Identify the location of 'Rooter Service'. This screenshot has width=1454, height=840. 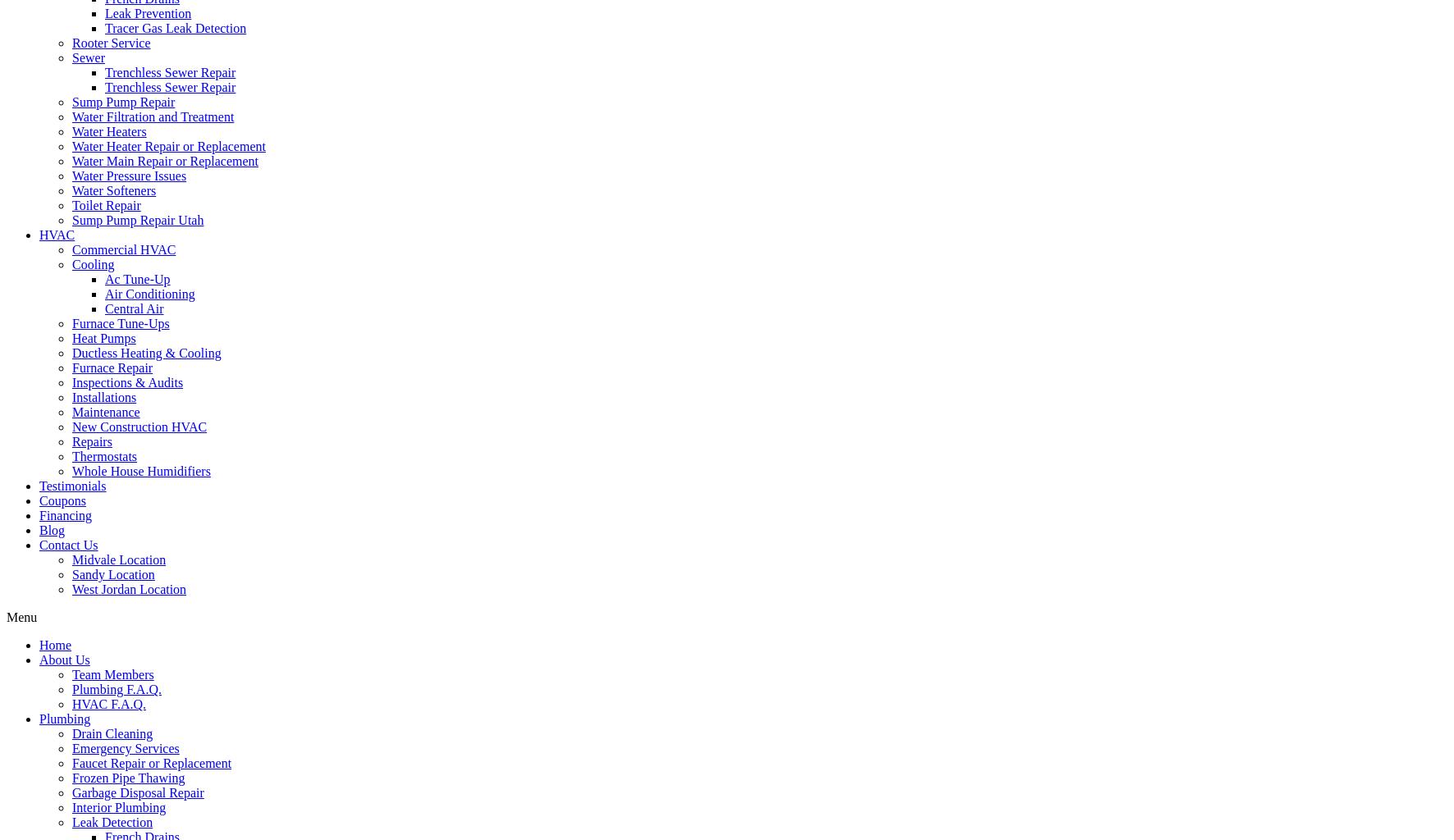
(111, 42).